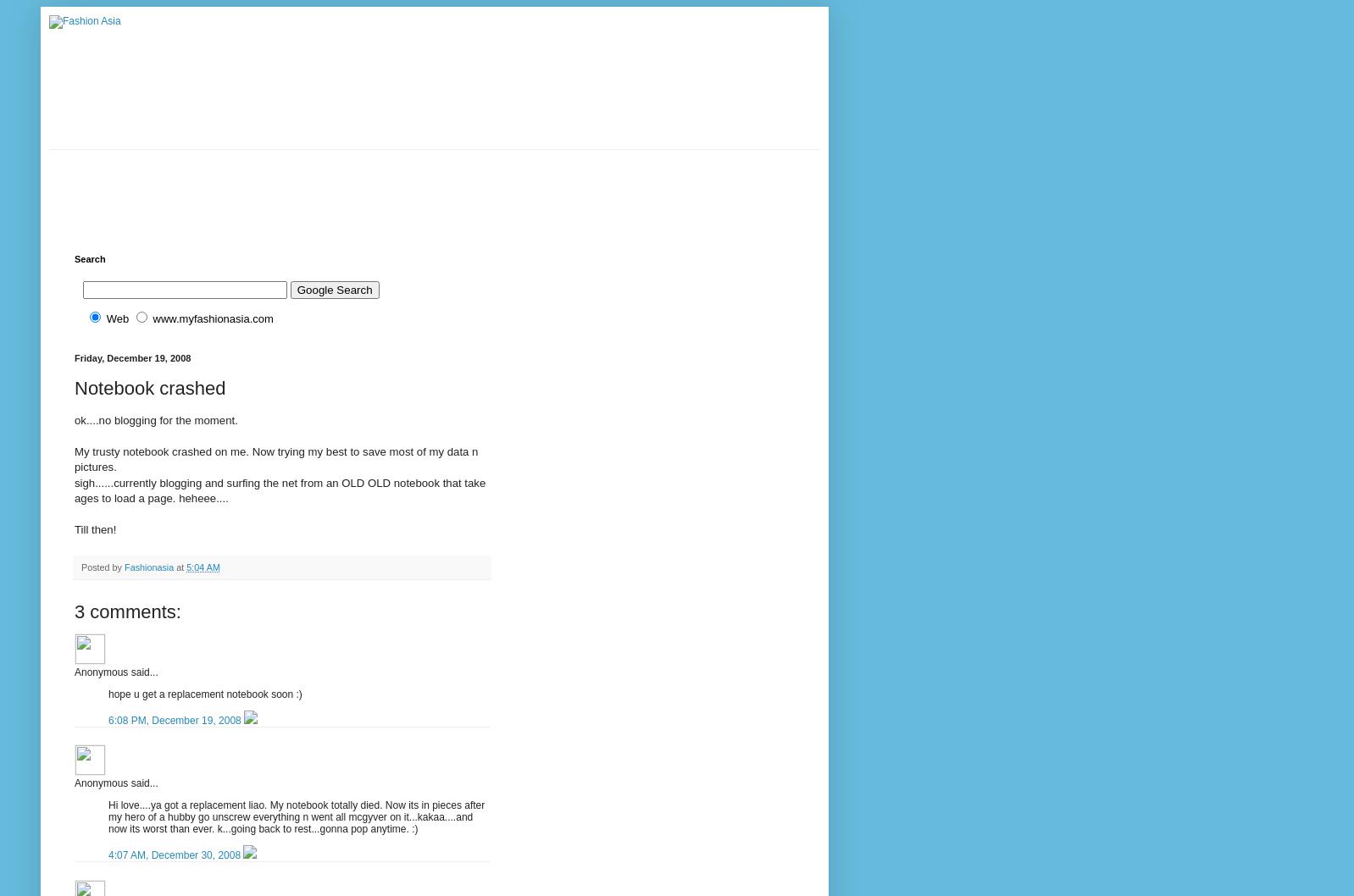  Describe the element at coordinates (116, 318) in the screenshot. I see `'Web'` at that location.